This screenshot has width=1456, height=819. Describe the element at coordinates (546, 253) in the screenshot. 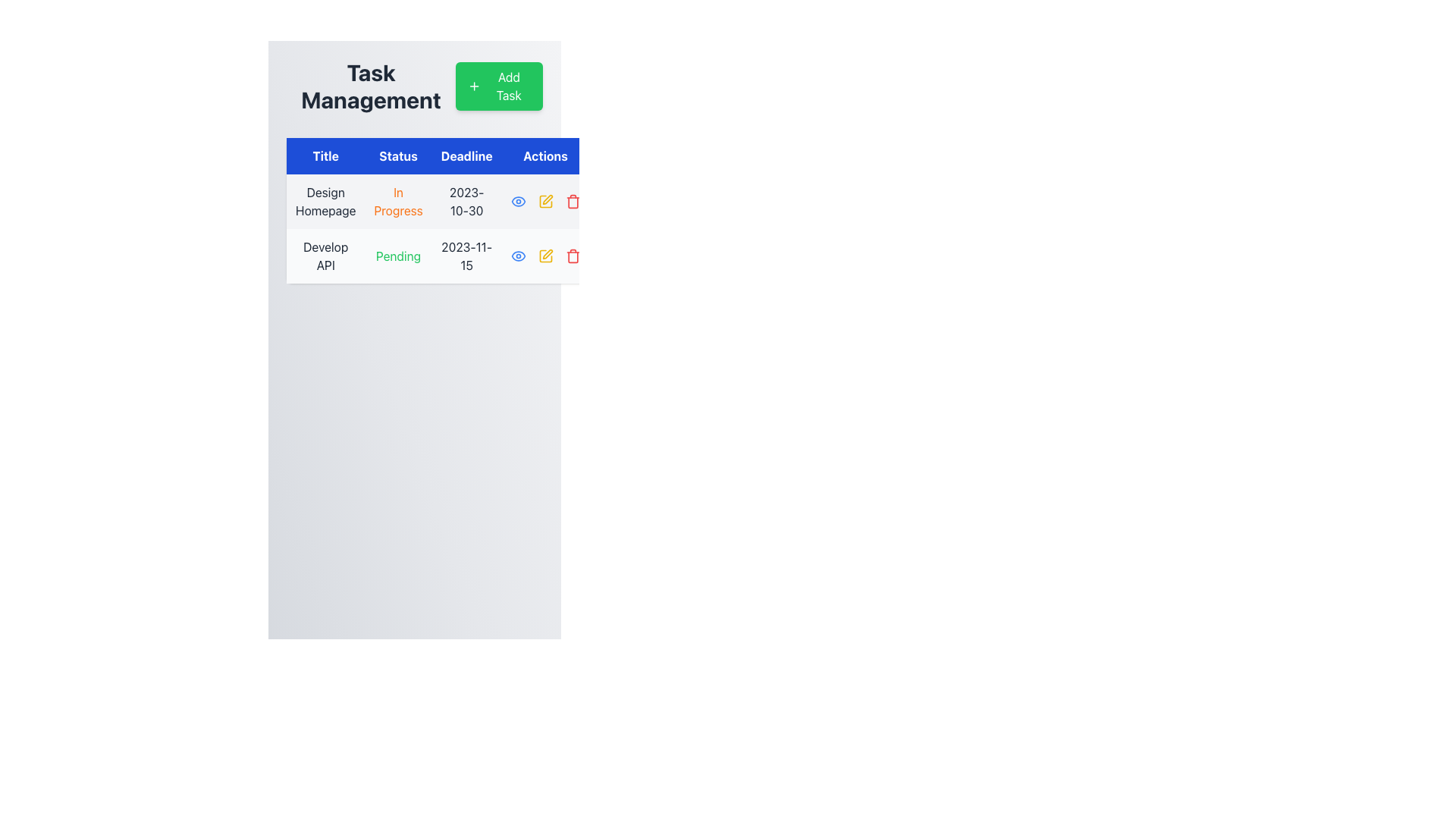

I see `the pen icon in the second row of the 'Actions' column` at that location.